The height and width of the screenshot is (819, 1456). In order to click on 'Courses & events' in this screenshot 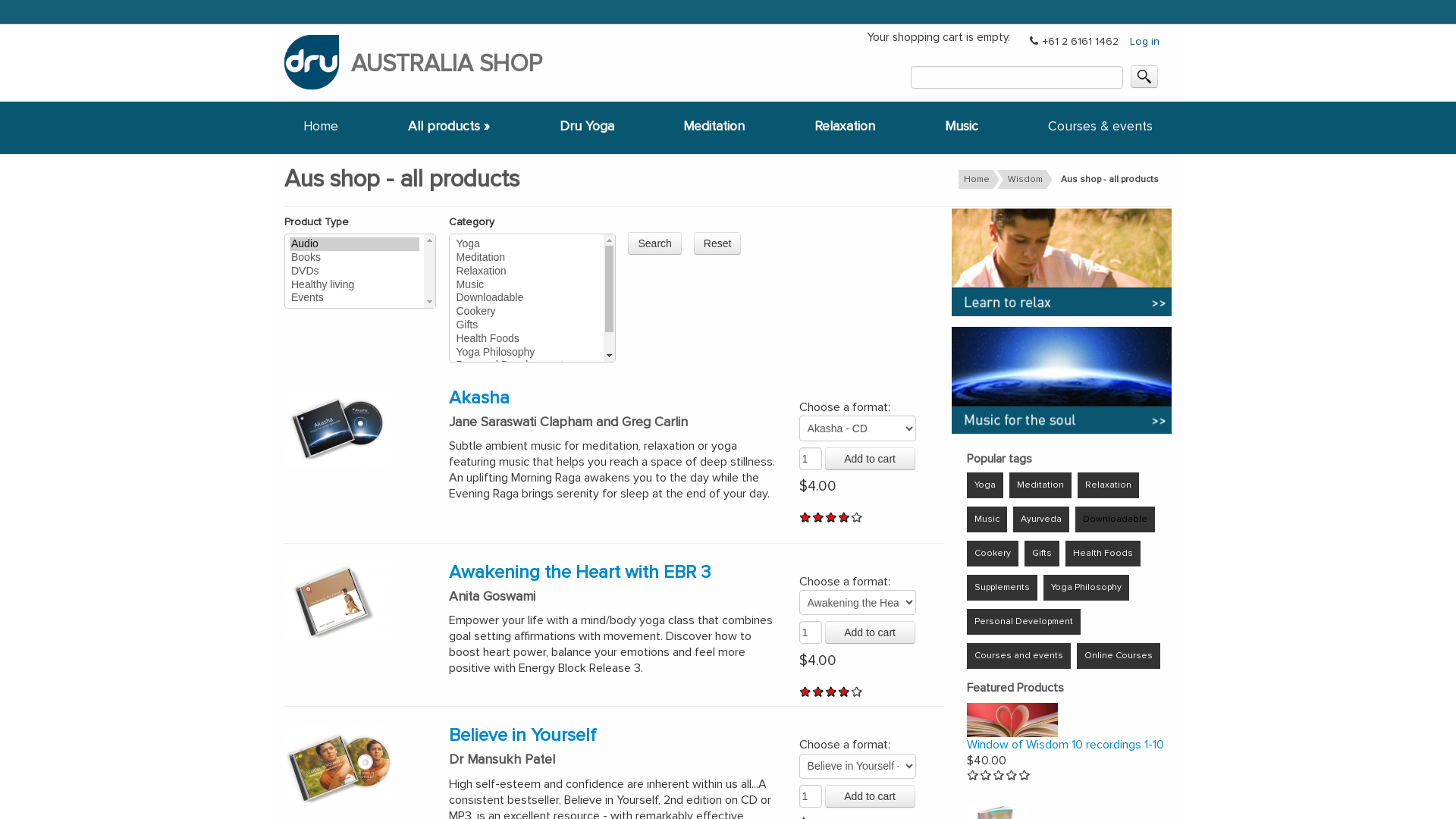, I will do `click(1100, 124)`.